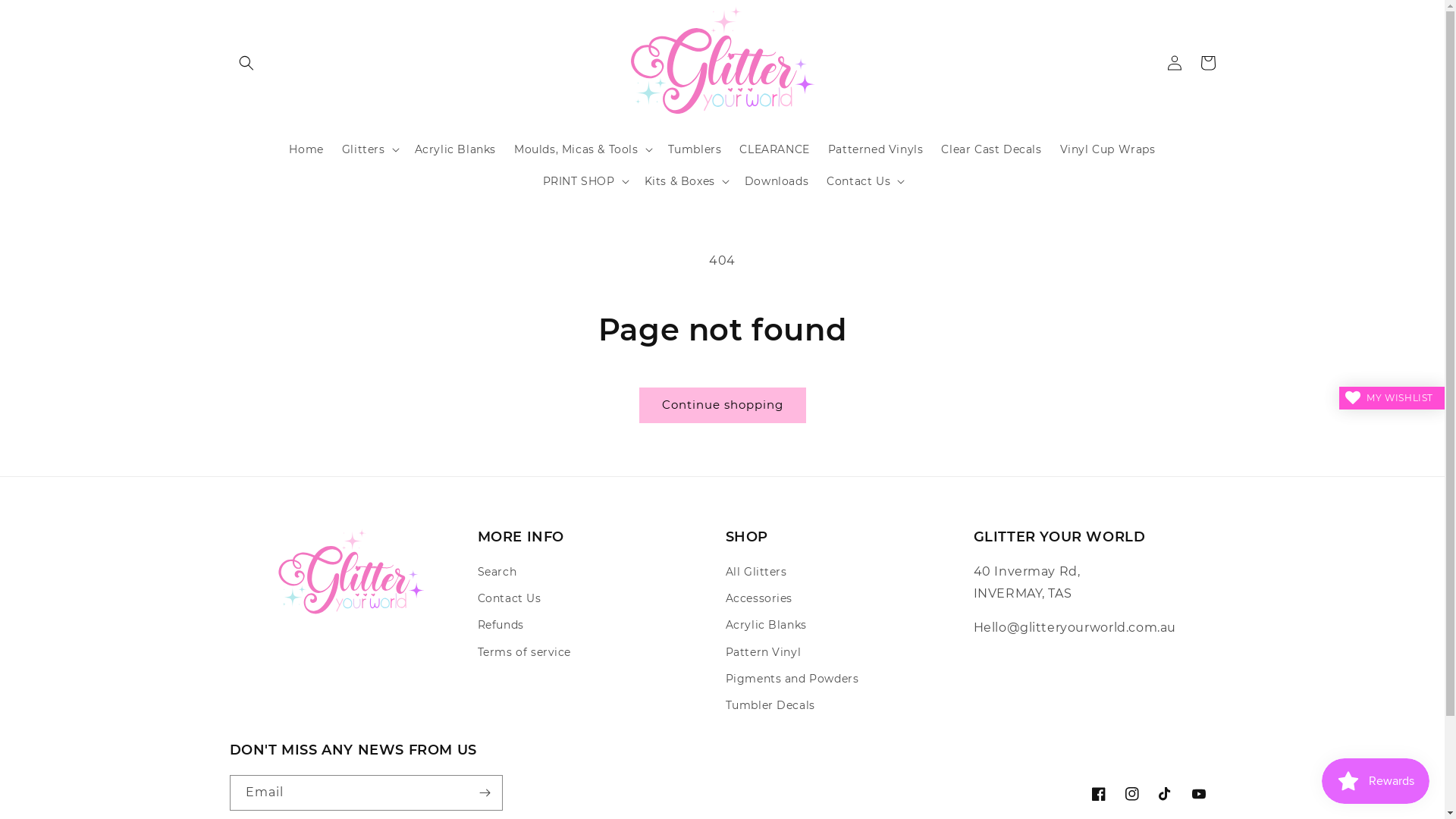 This screenshot has height=819, width=1456. What do you see at coordinates (638, 404) in the screenshot?
I see `'Continue shopping'` at bounding box center [638, 404].